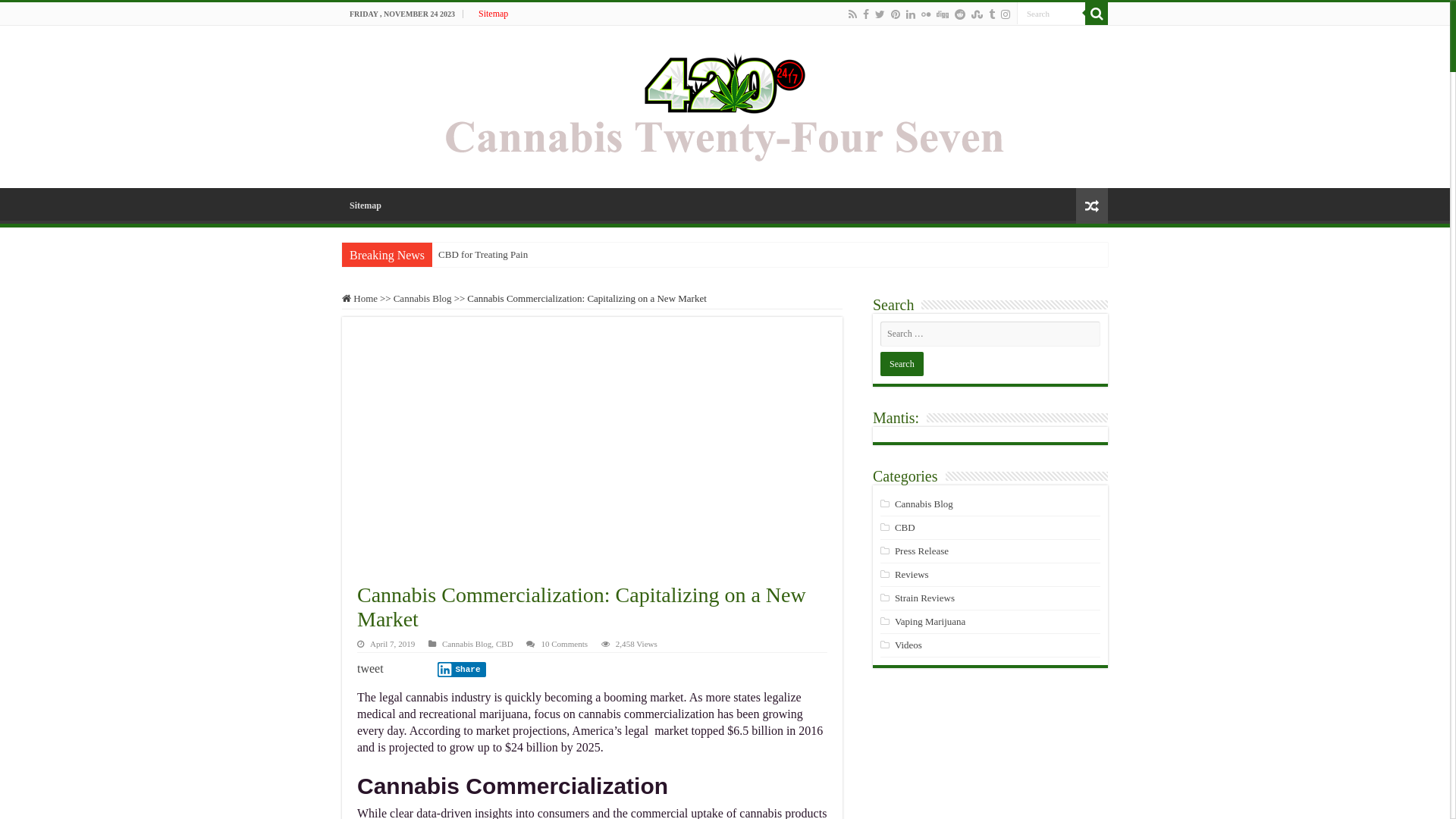 The width and height of the screenshot is (1456, 819). What do you see at coordinates (895, 551) in the screenshot?
I see `'Press Release'` at bounding box center [895, 551].